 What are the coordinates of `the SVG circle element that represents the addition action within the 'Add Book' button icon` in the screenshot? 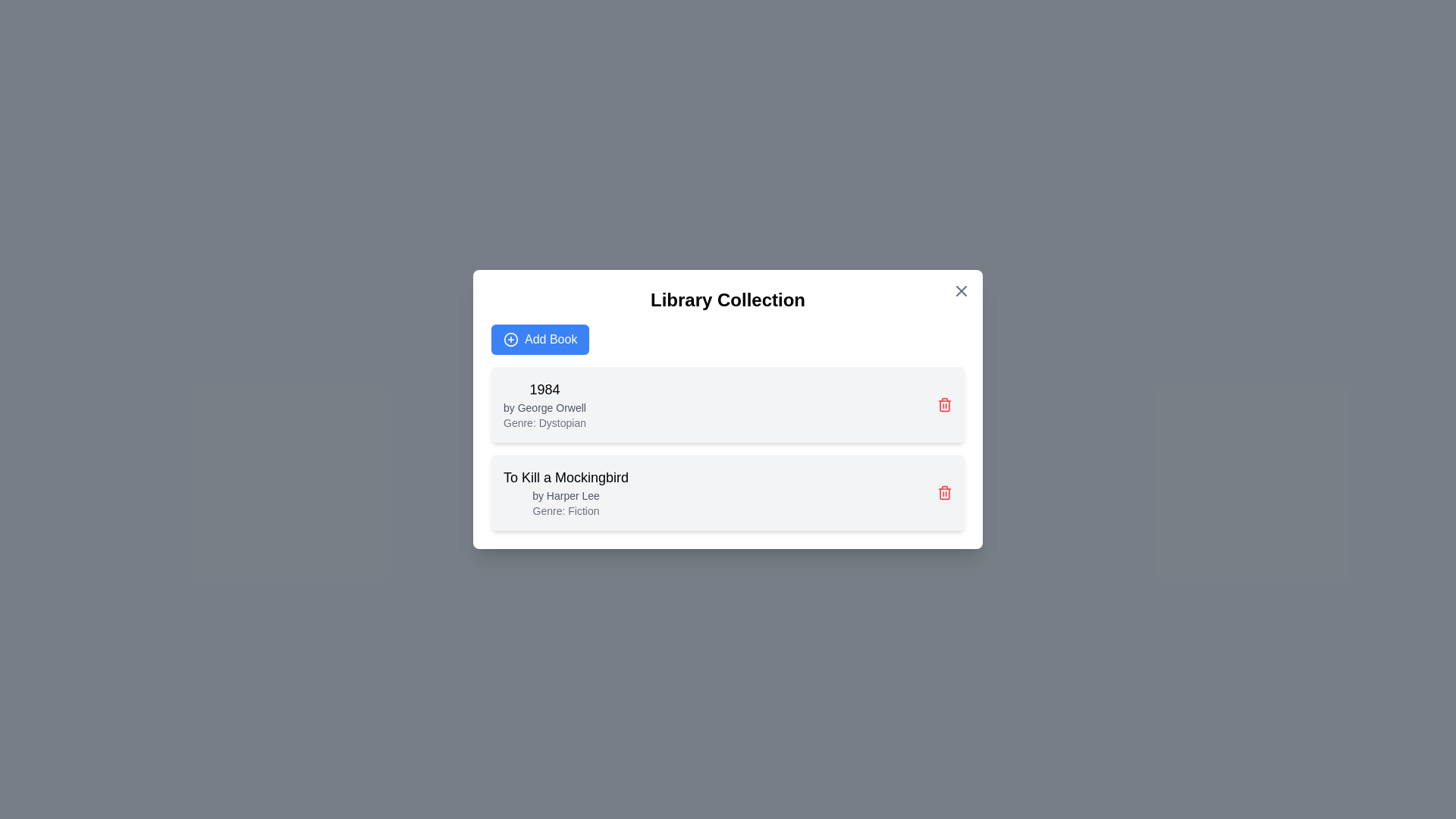 It's located at (510, 338).